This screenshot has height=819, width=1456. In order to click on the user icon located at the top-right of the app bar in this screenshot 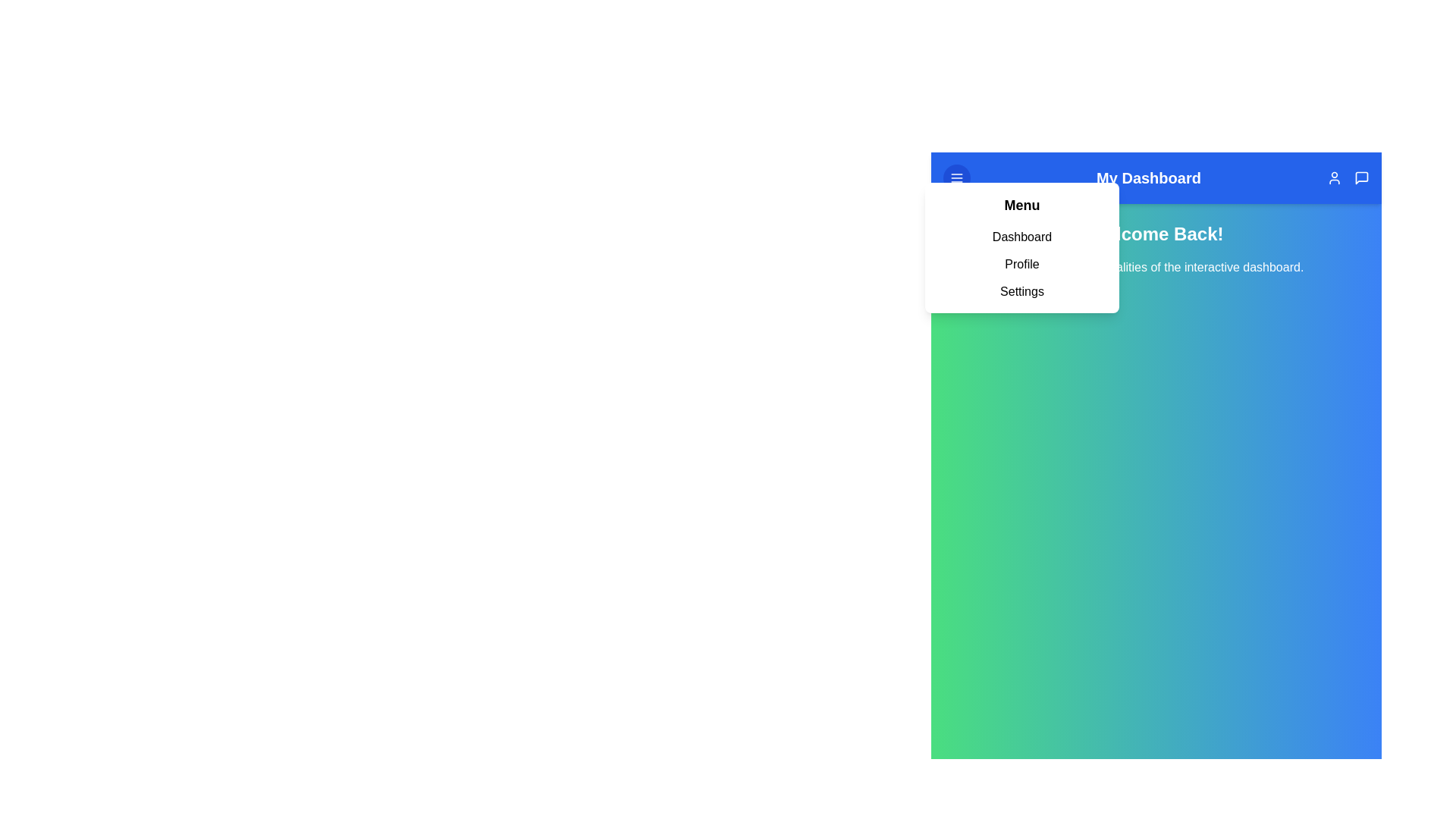, I will do `click(1335, 177)`.